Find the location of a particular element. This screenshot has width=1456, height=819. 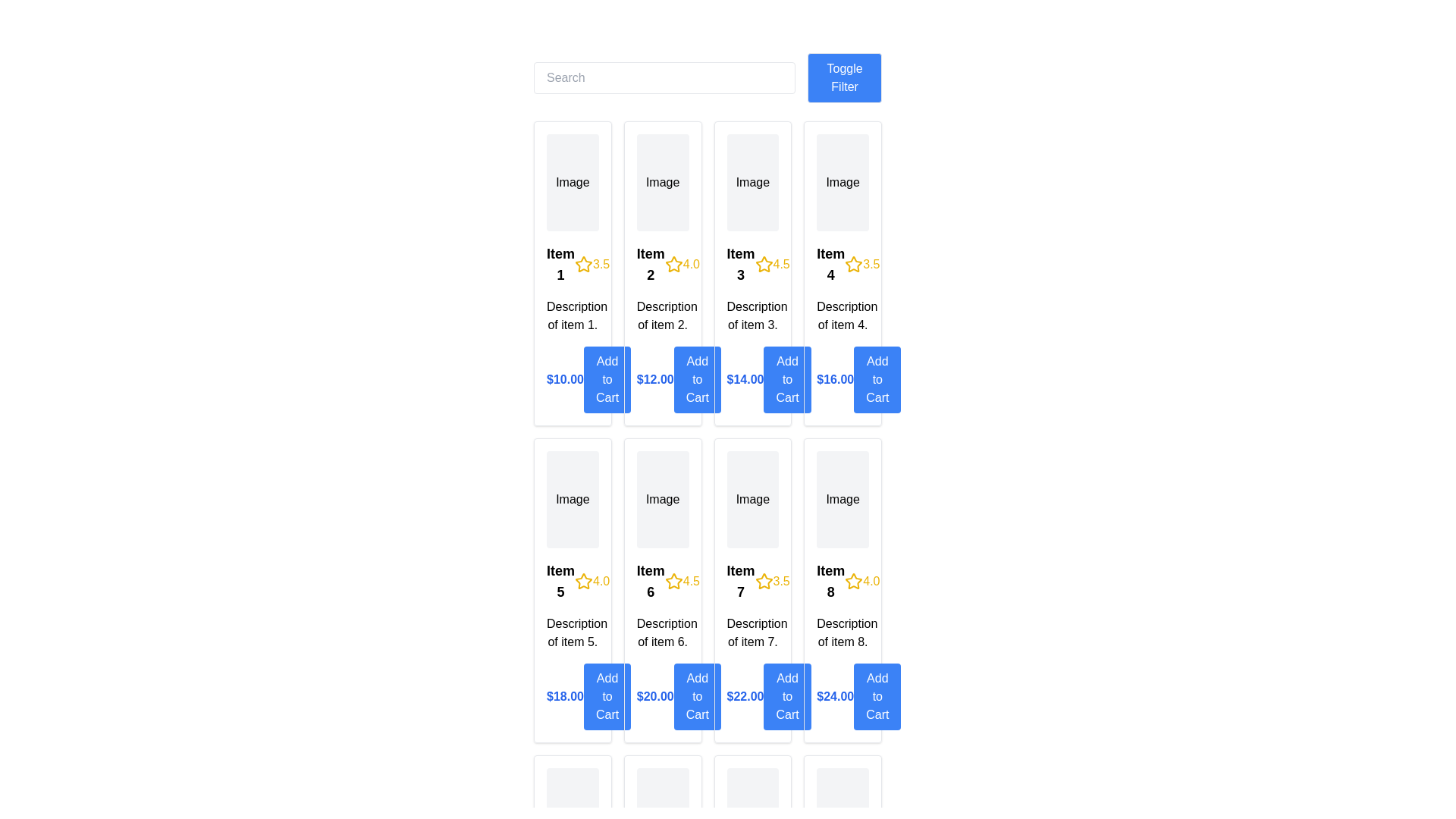

the 'Add to Cart' button with a blue background and rounded edges located in the second item card, positioned to the right of the price label ('$12.00') is located at coordinates (696, 379).